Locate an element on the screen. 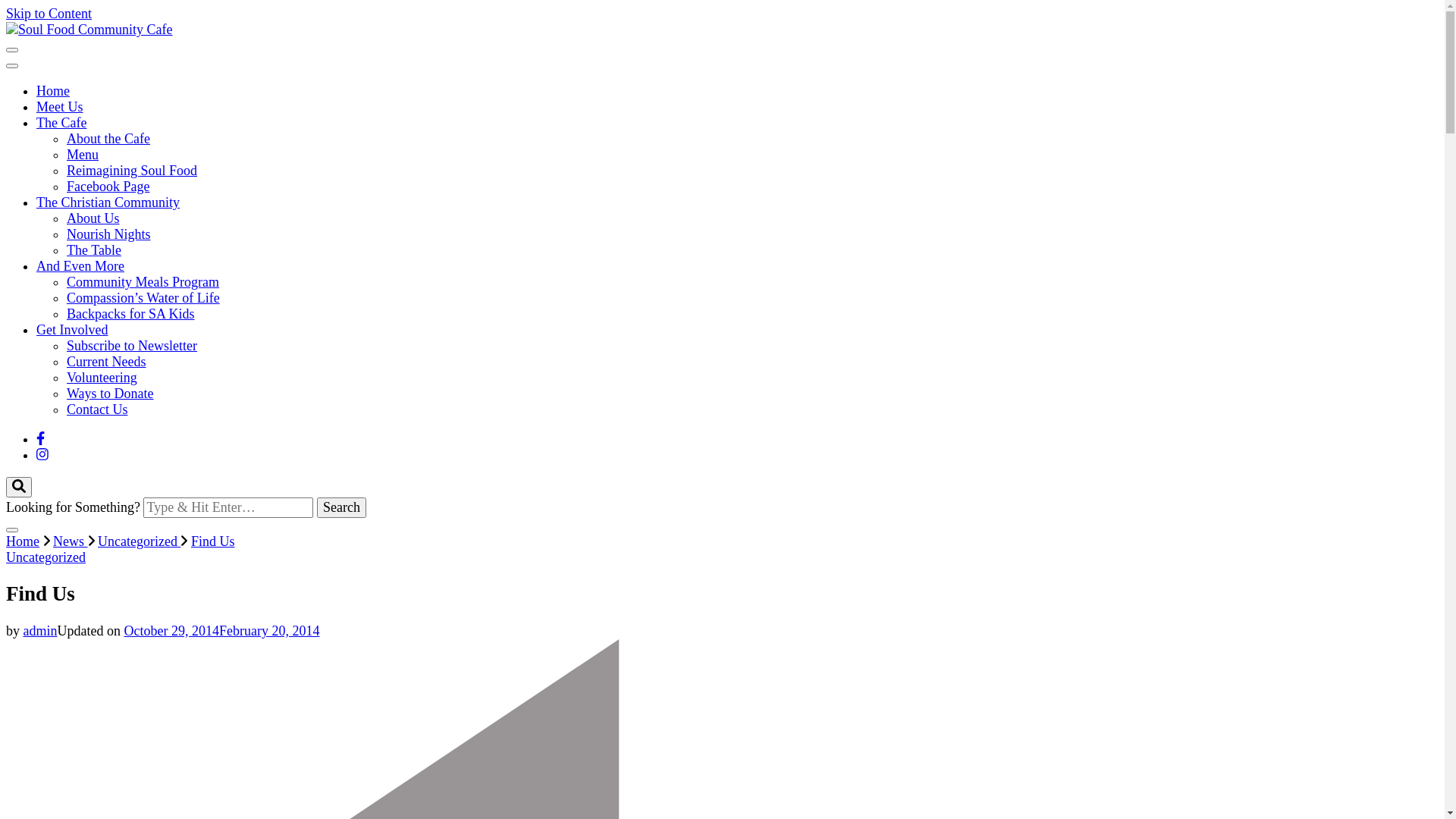 This screenshot has height=819, width=1456. 'Skip to Content' is located at coordinates (49, 14).